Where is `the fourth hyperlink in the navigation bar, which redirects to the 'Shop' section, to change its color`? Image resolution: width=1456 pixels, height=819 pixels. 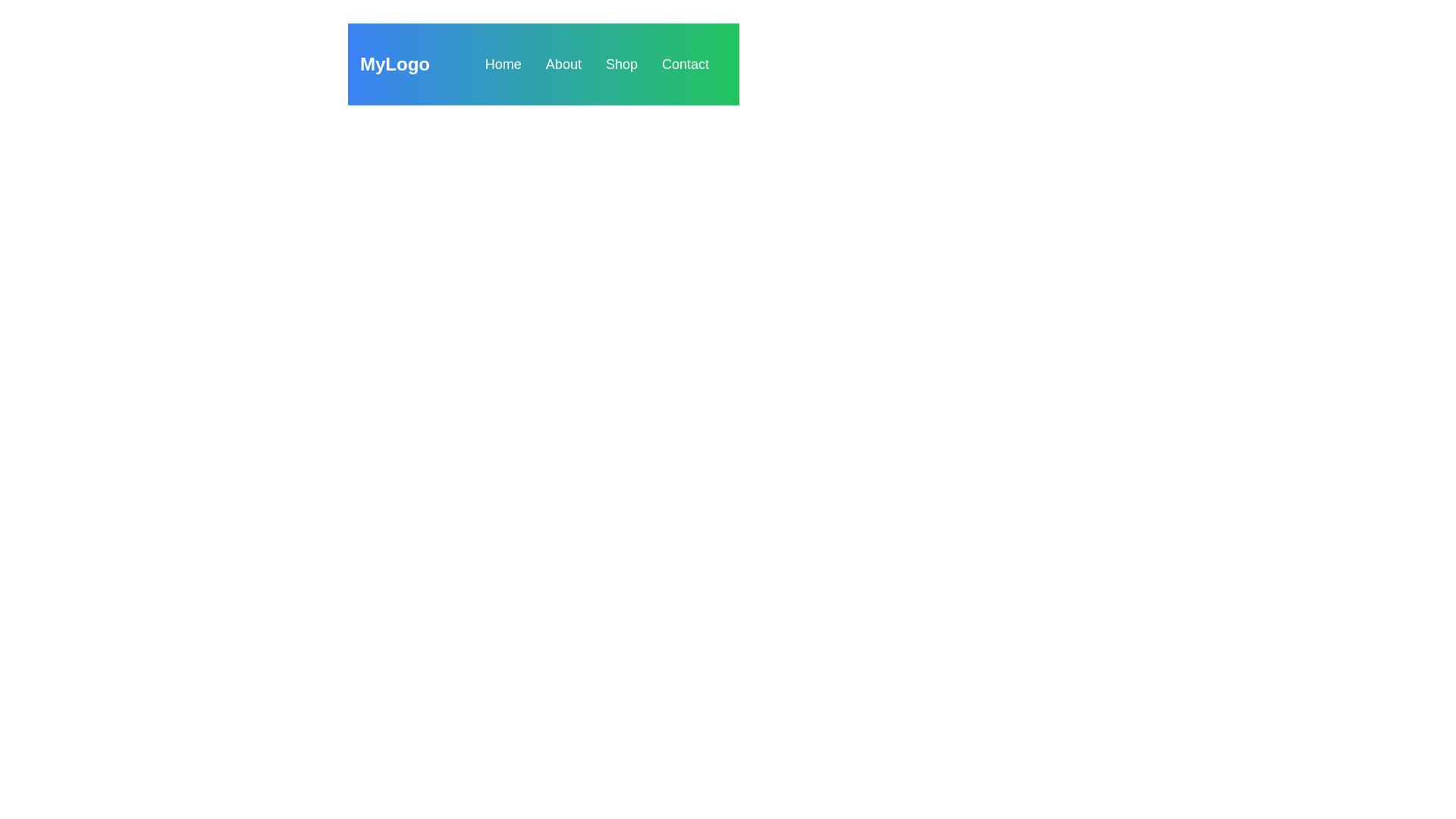 the fourth hyperlink in the navigation bar, which redirects to the 'Shop' section, to change its color is located at coordinates (621, 63).